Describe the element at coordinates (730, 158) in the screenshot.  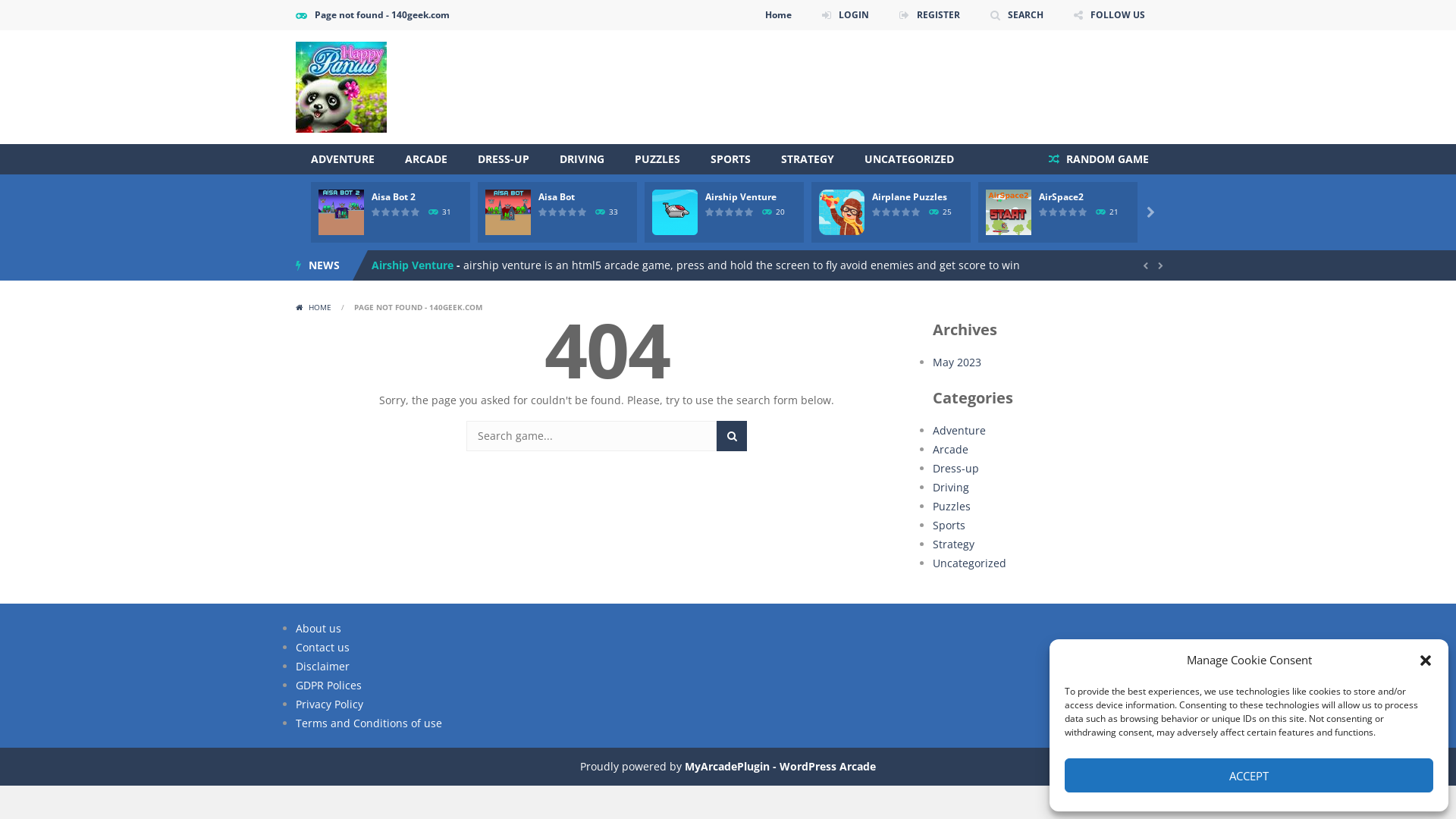
I see `'SPORTS'` at that location.